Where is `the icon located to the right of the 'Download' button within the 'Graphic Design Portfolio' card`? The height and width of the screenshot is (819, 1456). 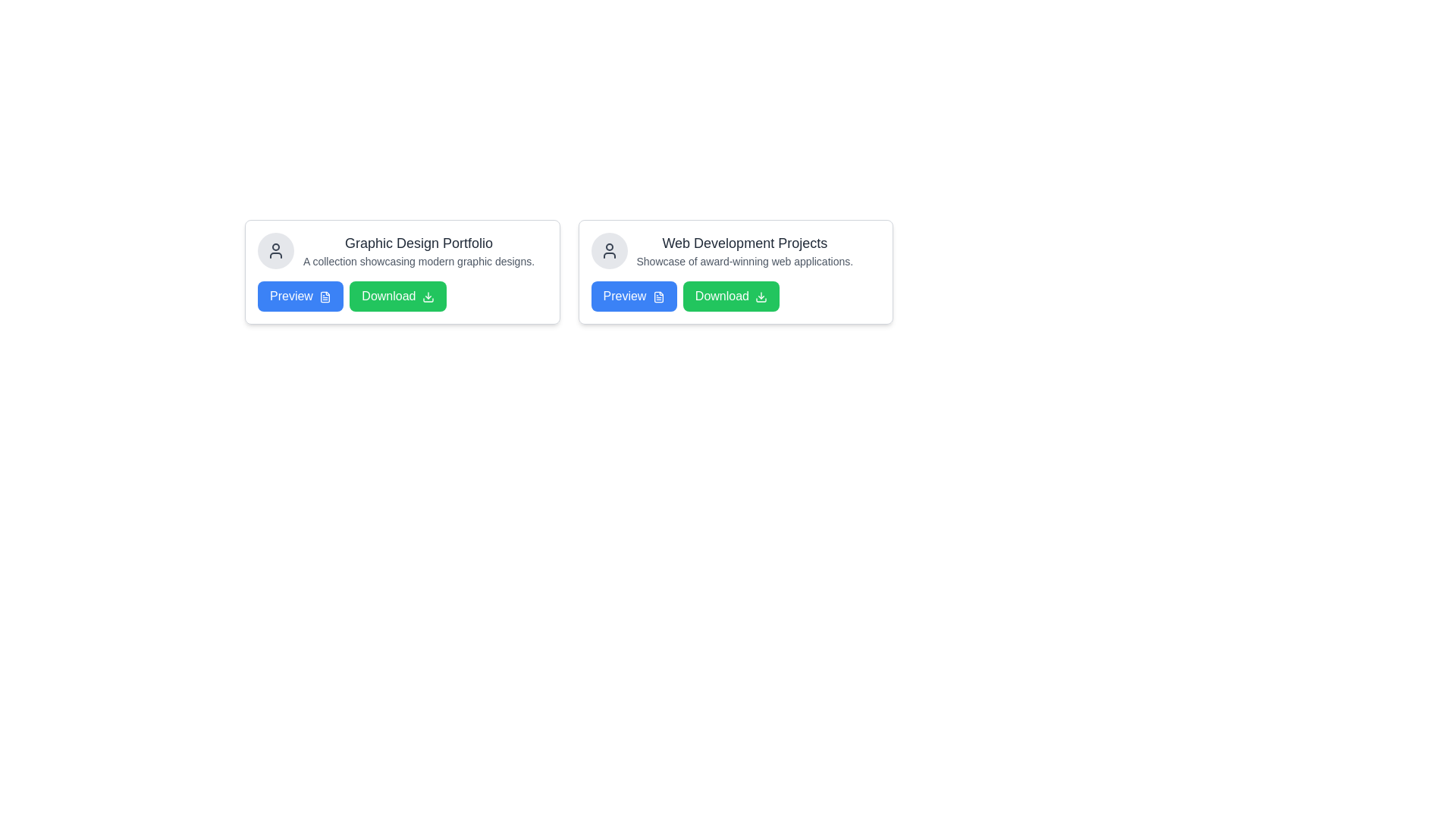
the icon located to the right of the 'Download' button within the 'Graphic Design Portfolio' card is located at coordinates (428, 297).